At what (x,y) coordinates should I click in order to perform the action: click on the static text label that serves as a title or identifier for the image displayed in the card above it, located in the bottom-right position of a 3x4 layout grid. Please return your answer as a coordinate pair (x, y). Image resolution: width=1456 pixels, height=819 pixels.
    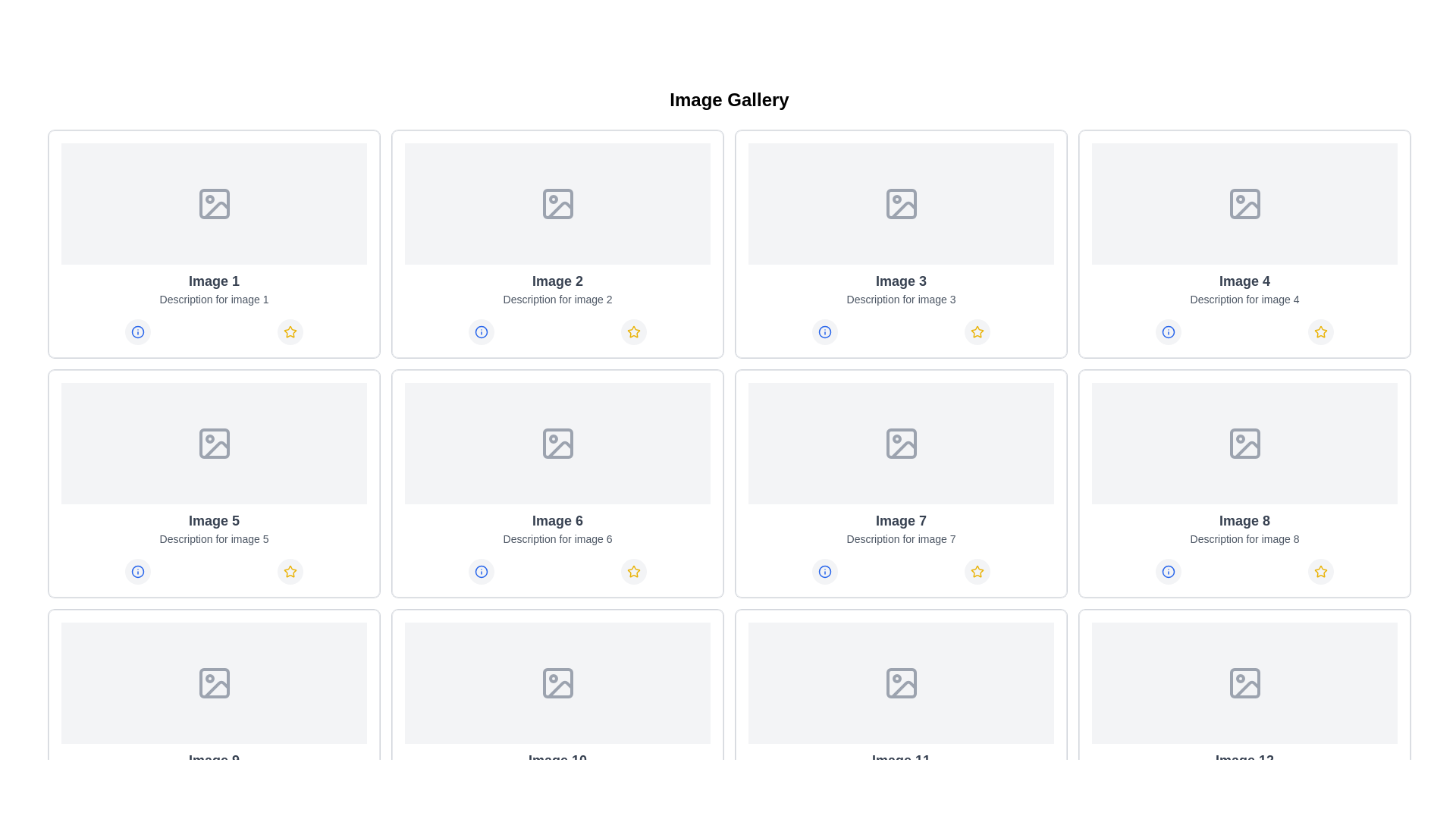
    Looking at the image, I should click on (901, 760).